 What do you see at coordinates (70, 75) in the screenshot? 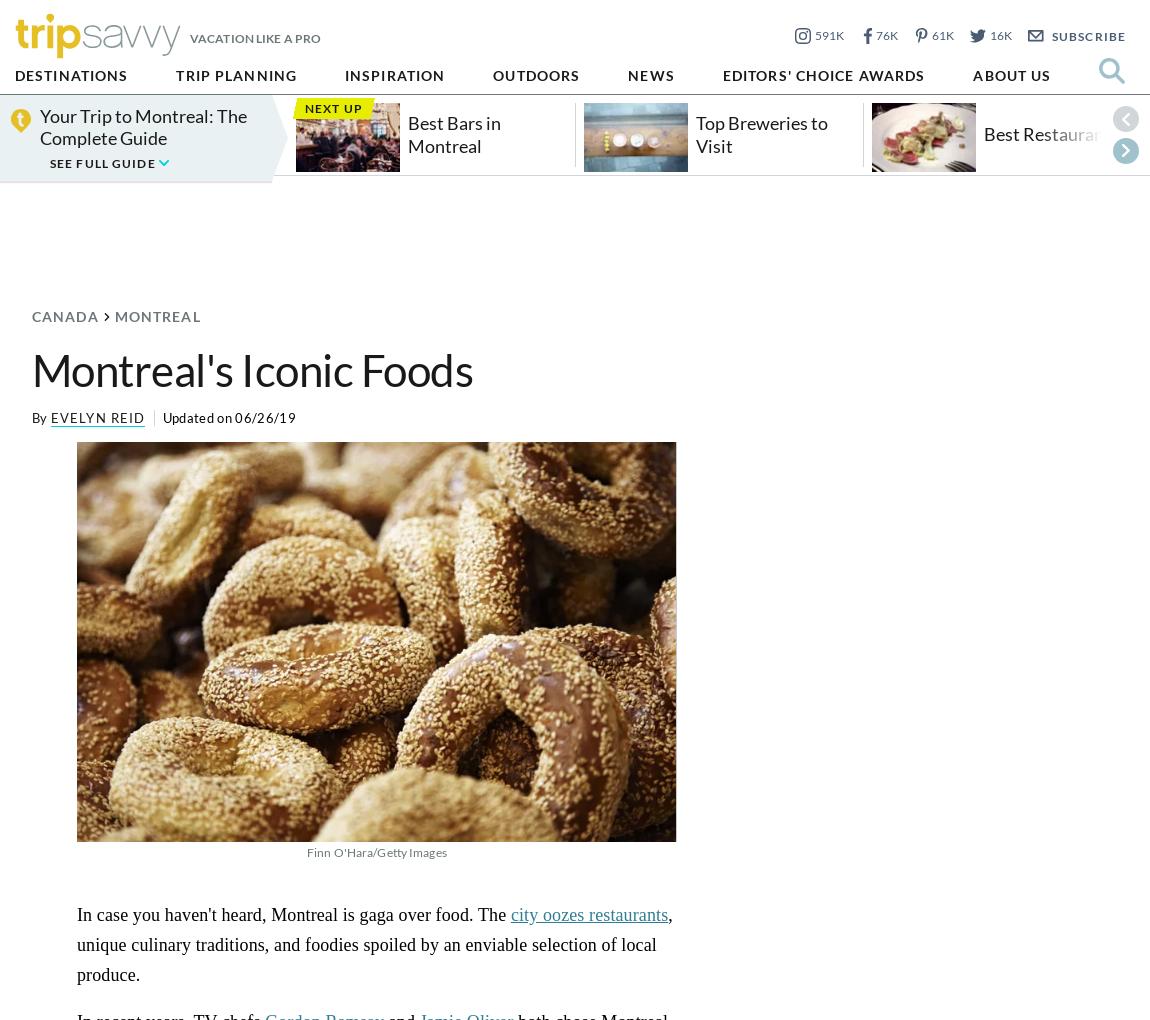
I see `'Destinations'` at bounding box center [70, 75].